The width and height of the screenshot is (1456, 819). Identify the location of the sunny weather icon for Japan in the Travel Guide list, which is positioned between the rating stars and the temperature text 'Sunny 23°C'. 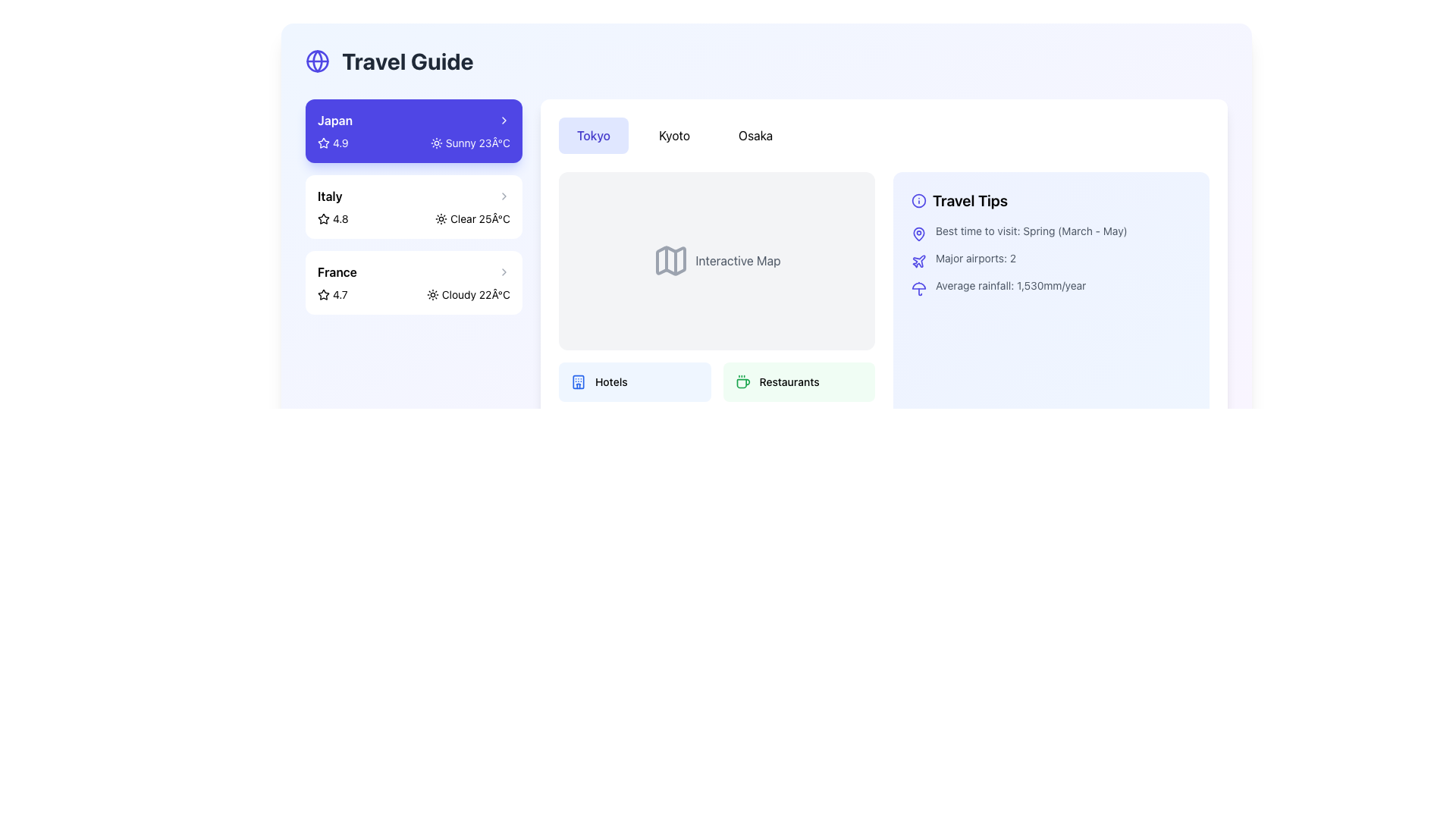
(435, 143).